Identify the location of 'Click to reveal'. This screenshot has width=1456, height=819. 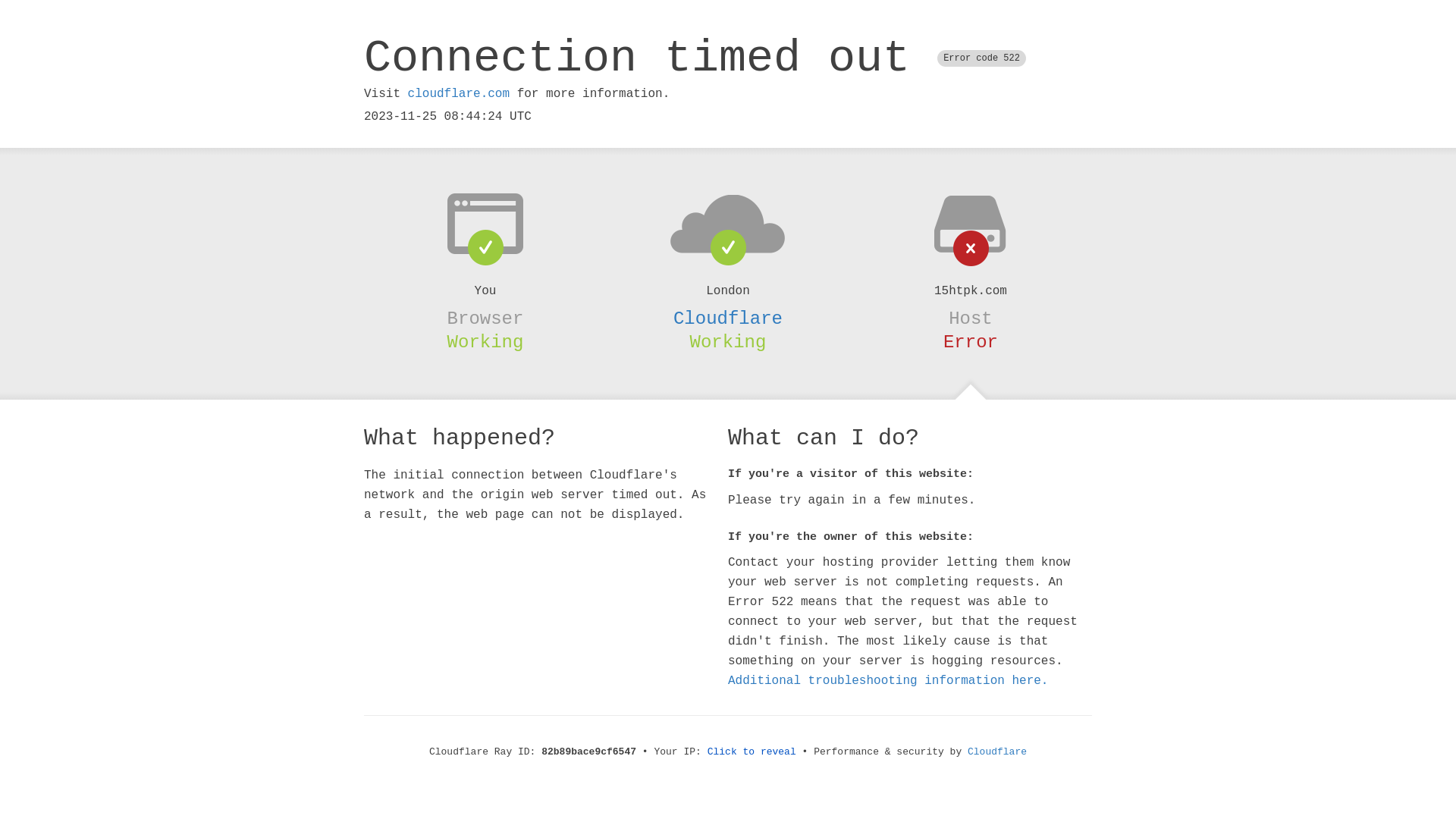
(752, 752).